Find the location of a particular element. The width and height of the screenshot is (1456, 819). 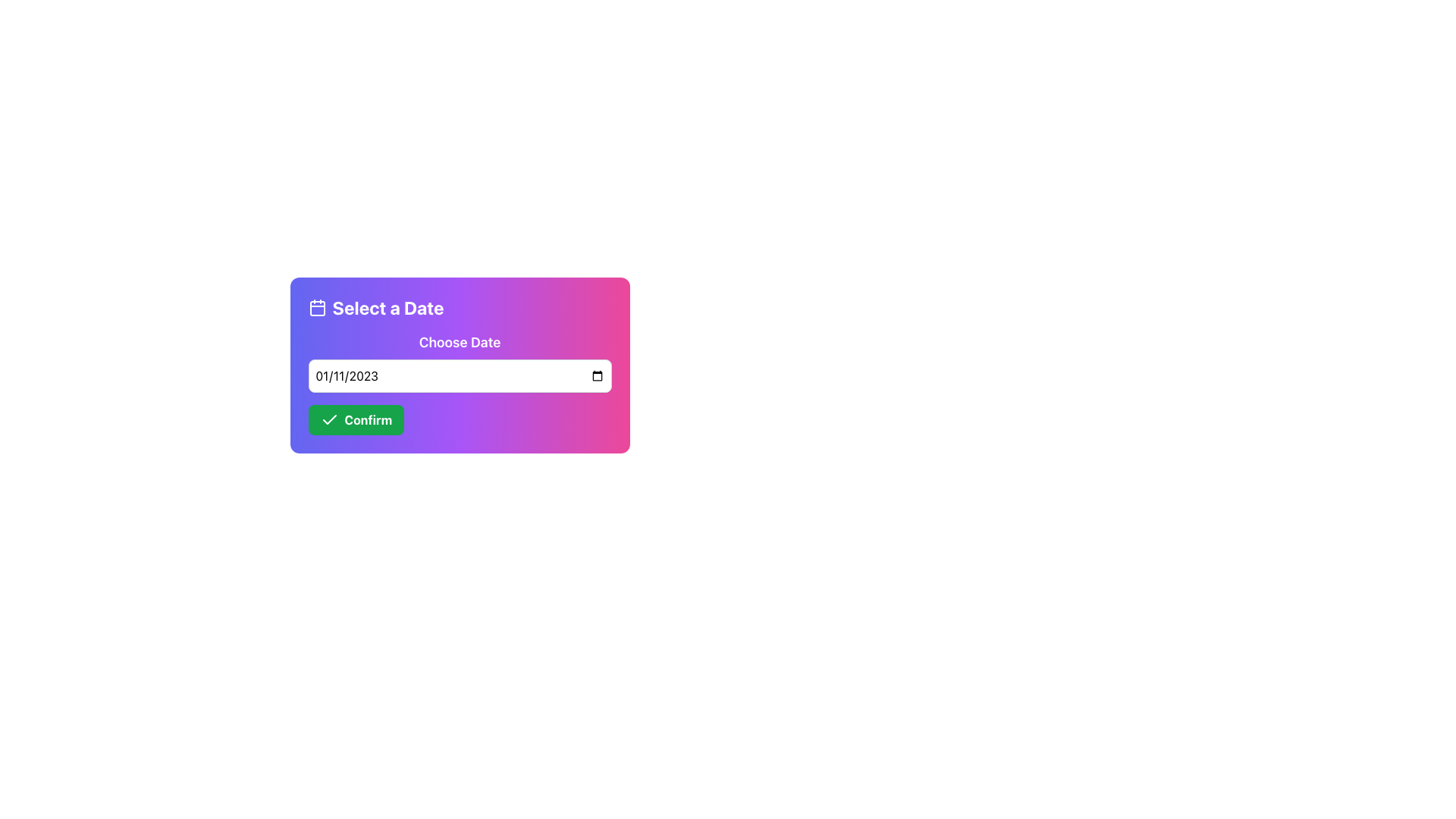

the Date input field located below the 'Choose Date' label and above the 'Confirm' button in the purple gradient box is located at coordinates (459, 375).